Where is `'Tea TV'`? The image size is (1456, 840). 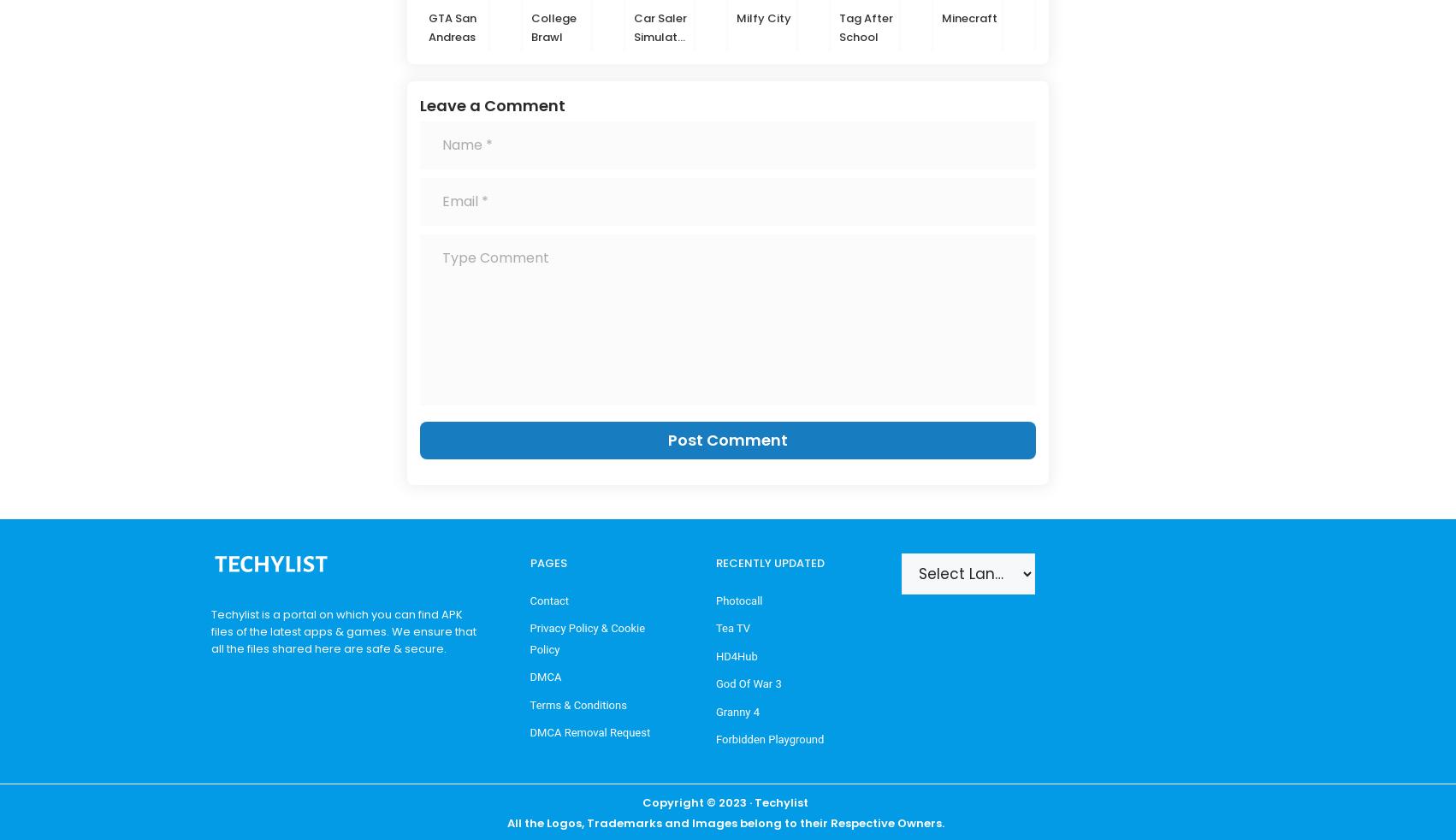
'Tea TV' is located at coordinates (714, 627).